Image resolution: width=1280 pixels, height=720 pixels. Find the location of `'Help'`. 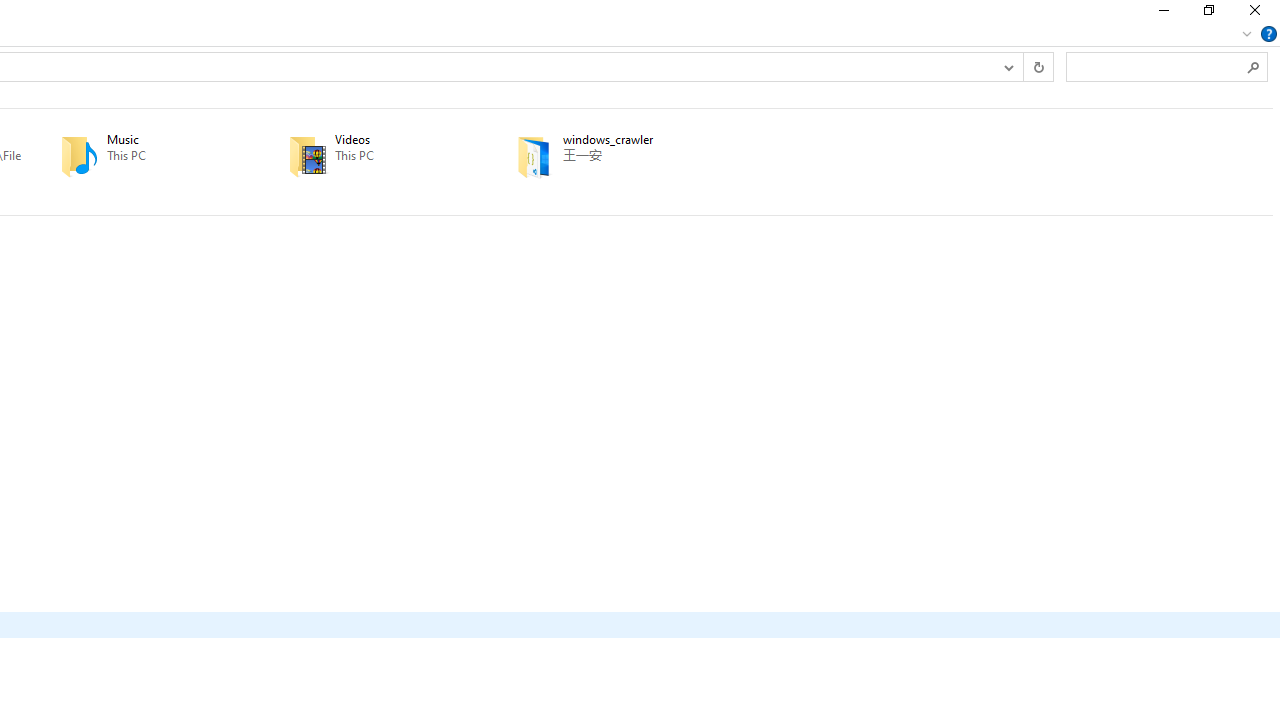

'Help' is located at coordinates (1268, 33).